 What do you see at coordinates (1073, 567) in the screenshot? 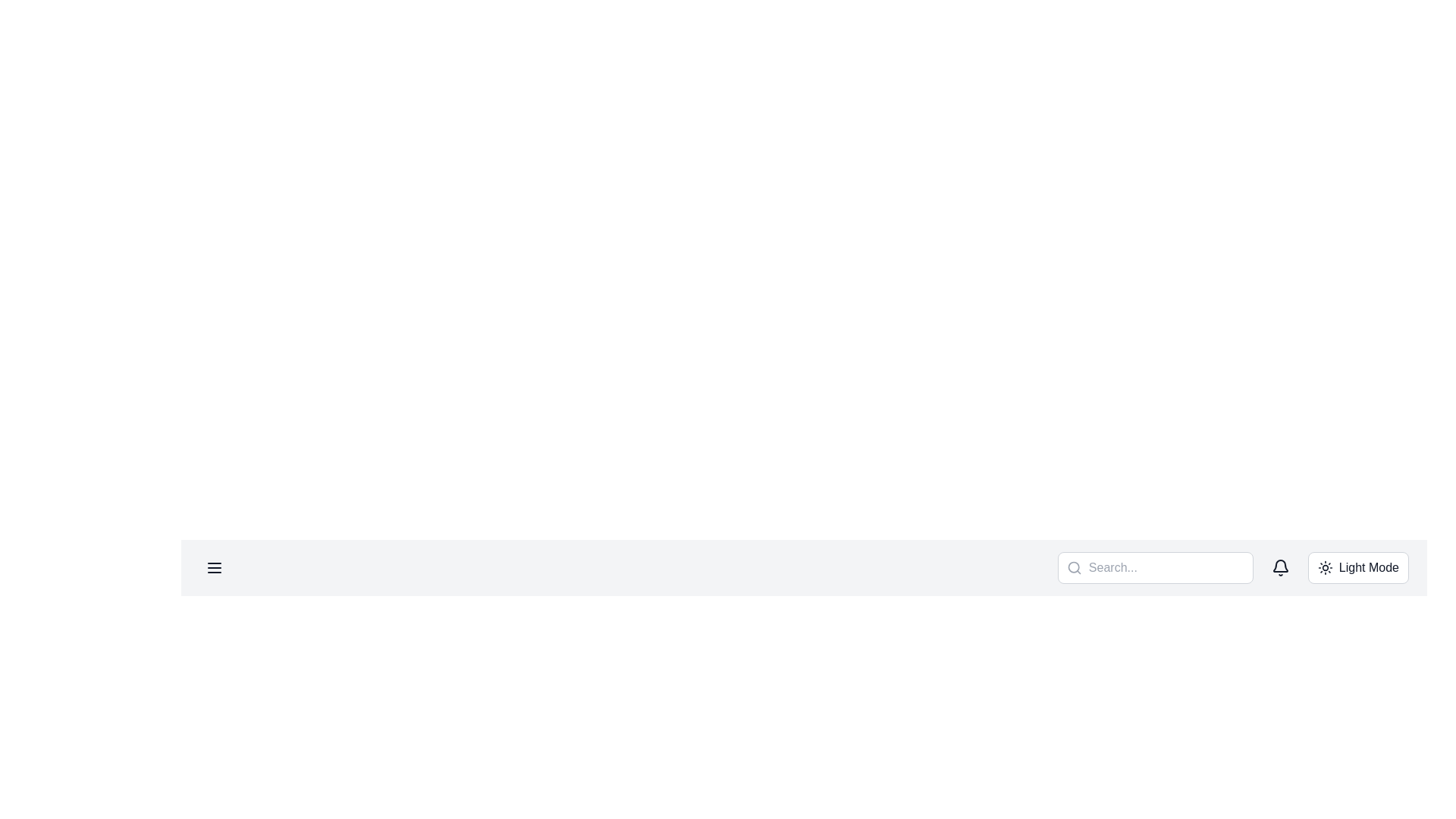
I see `the thin-lined light gray magnifying glass icon located on the left side of the search input field` at bounding box center [1073, 567].